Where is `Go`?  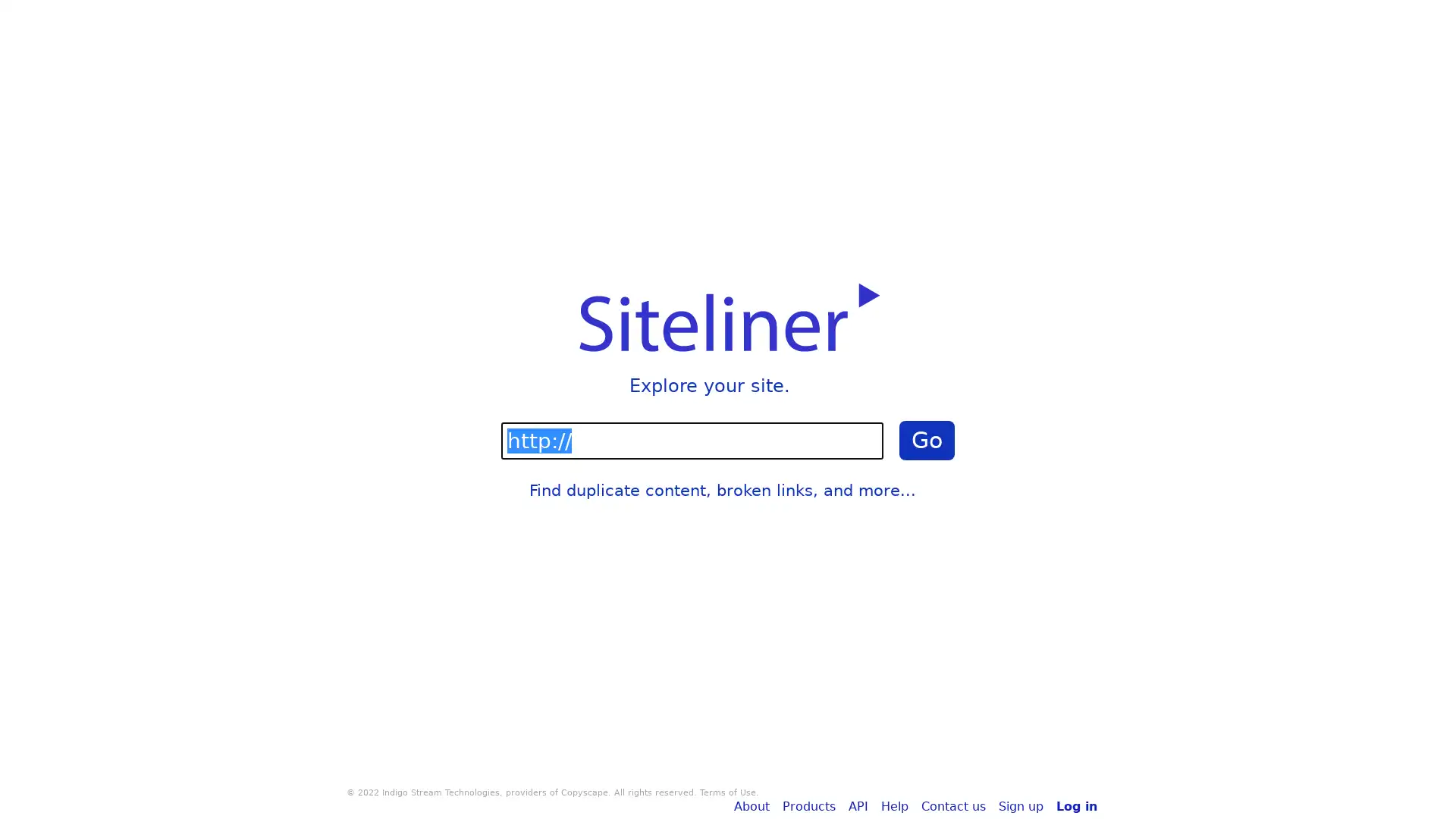 Go is located at coordinates (926, 439).